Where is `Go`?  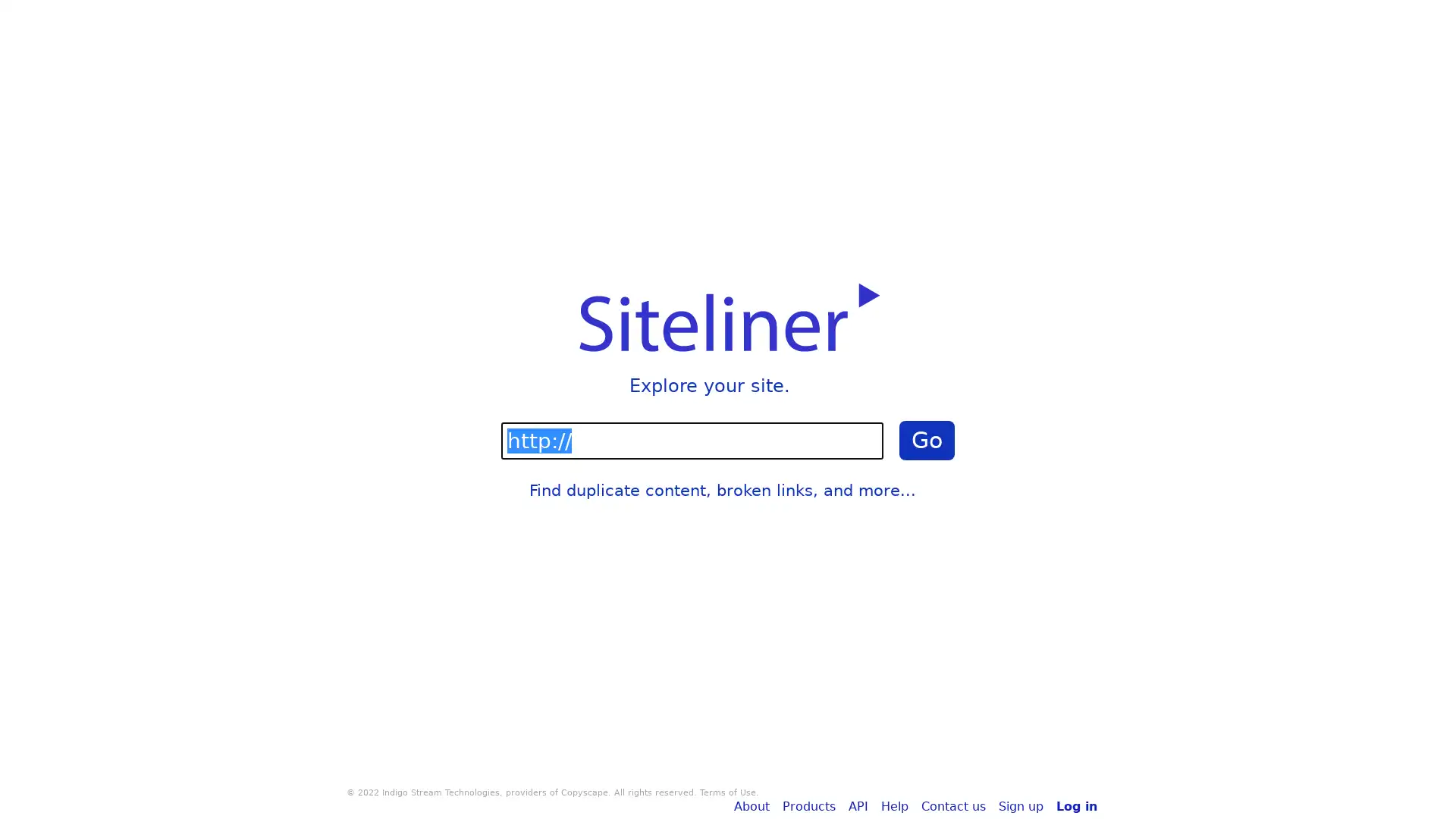 Go is located at coordinates (926, 439).